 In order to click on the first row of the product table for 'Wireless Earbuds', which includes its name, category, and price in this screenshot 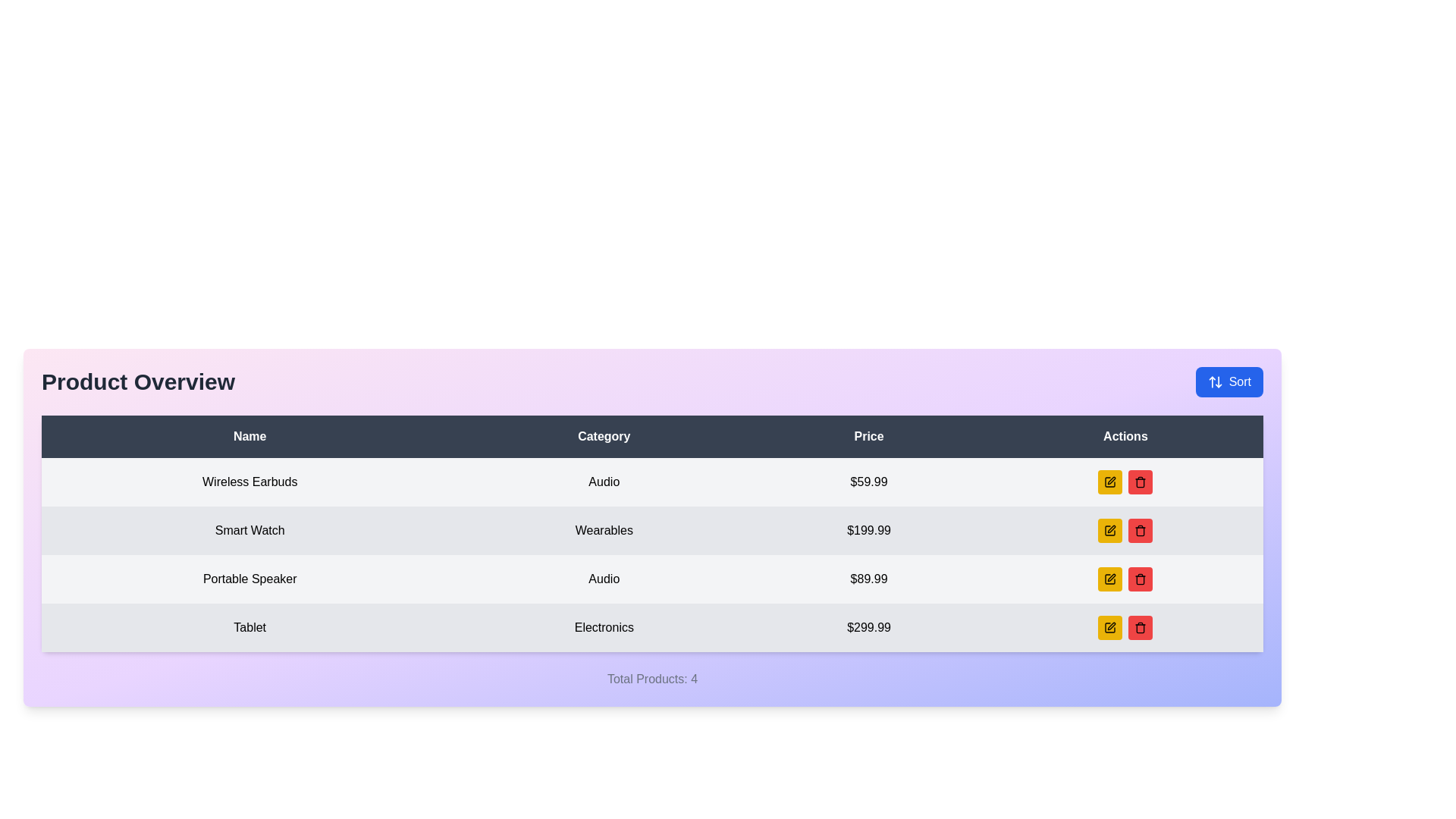, I will do `click(652, 482)`.